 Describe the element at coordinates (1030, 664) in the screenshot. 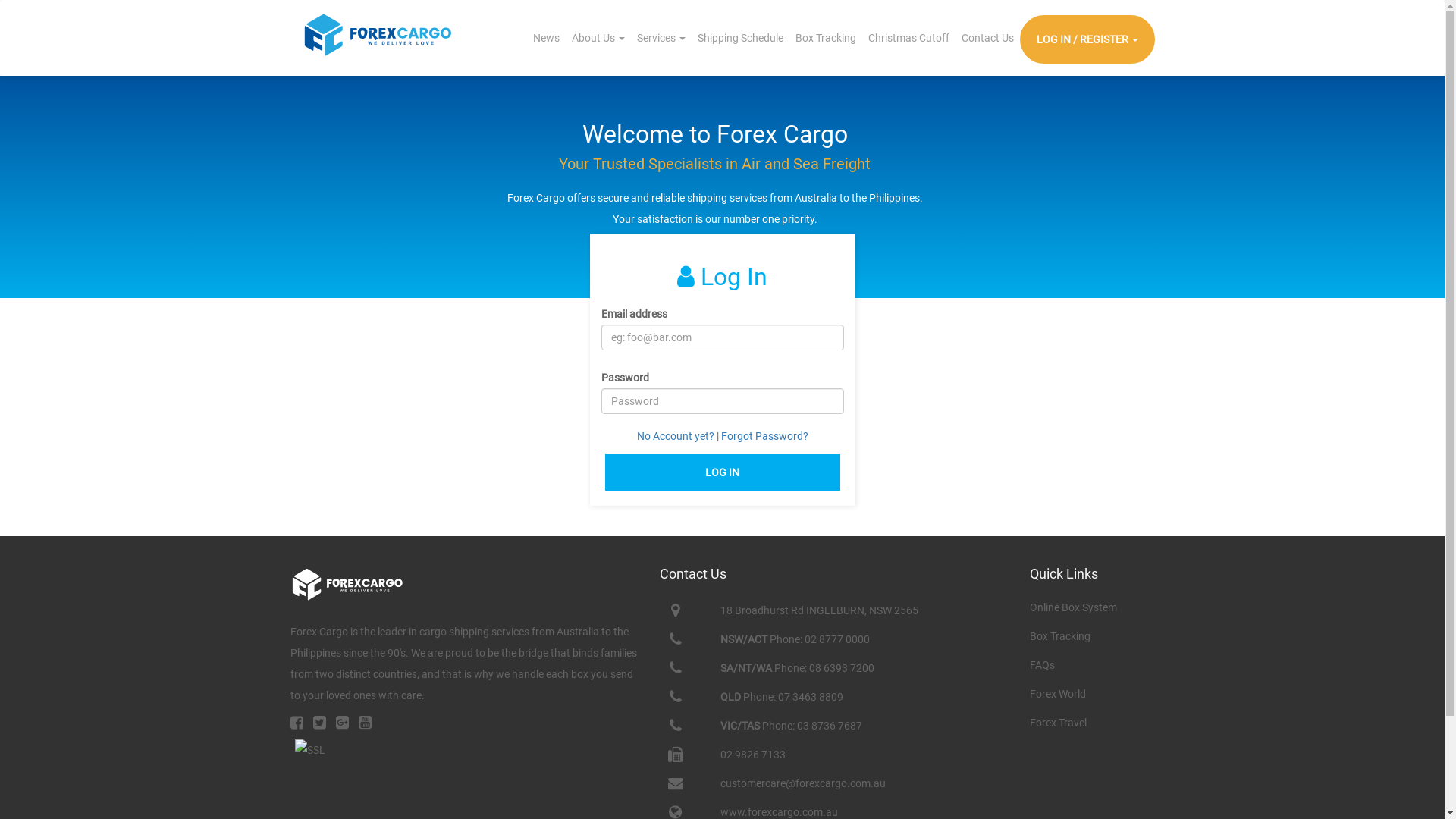

I see `'FAQs'` at that location.